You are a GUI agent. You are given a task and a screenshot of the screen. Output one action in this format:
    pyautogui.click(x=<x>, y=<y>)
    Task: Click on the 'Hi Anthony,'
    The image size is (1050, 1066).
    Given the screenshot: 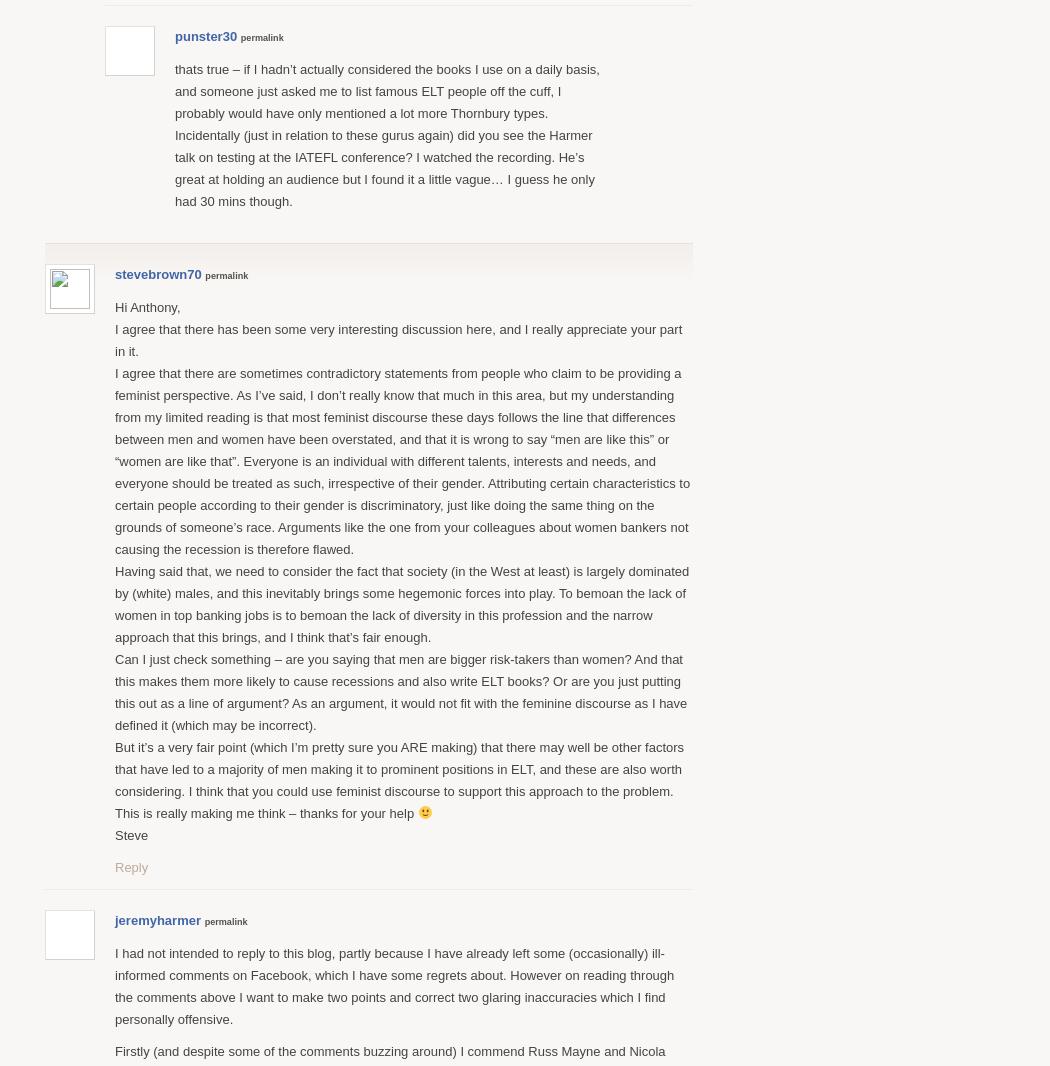 What is the action you would take?
    pyautogui.click(x=113, y=306)
    